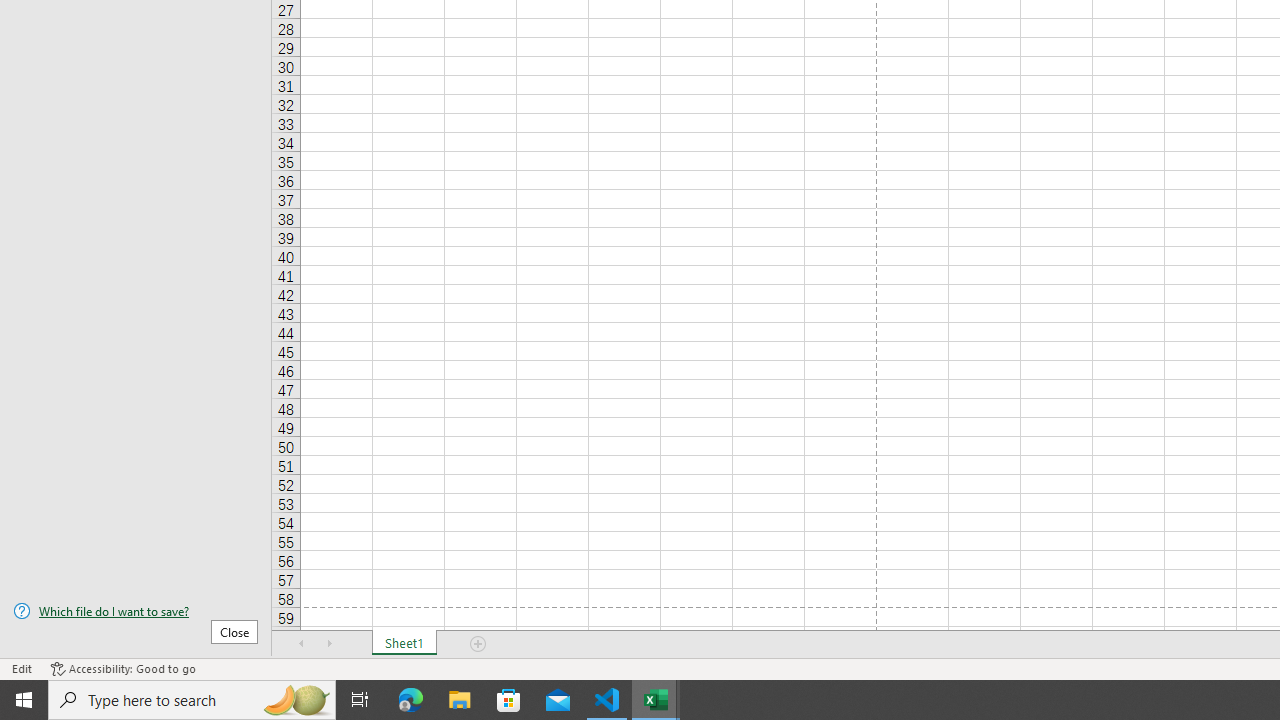 The width and height of the screenshot is (1280, 720). I want to click on 'Close', so click(234, 631).